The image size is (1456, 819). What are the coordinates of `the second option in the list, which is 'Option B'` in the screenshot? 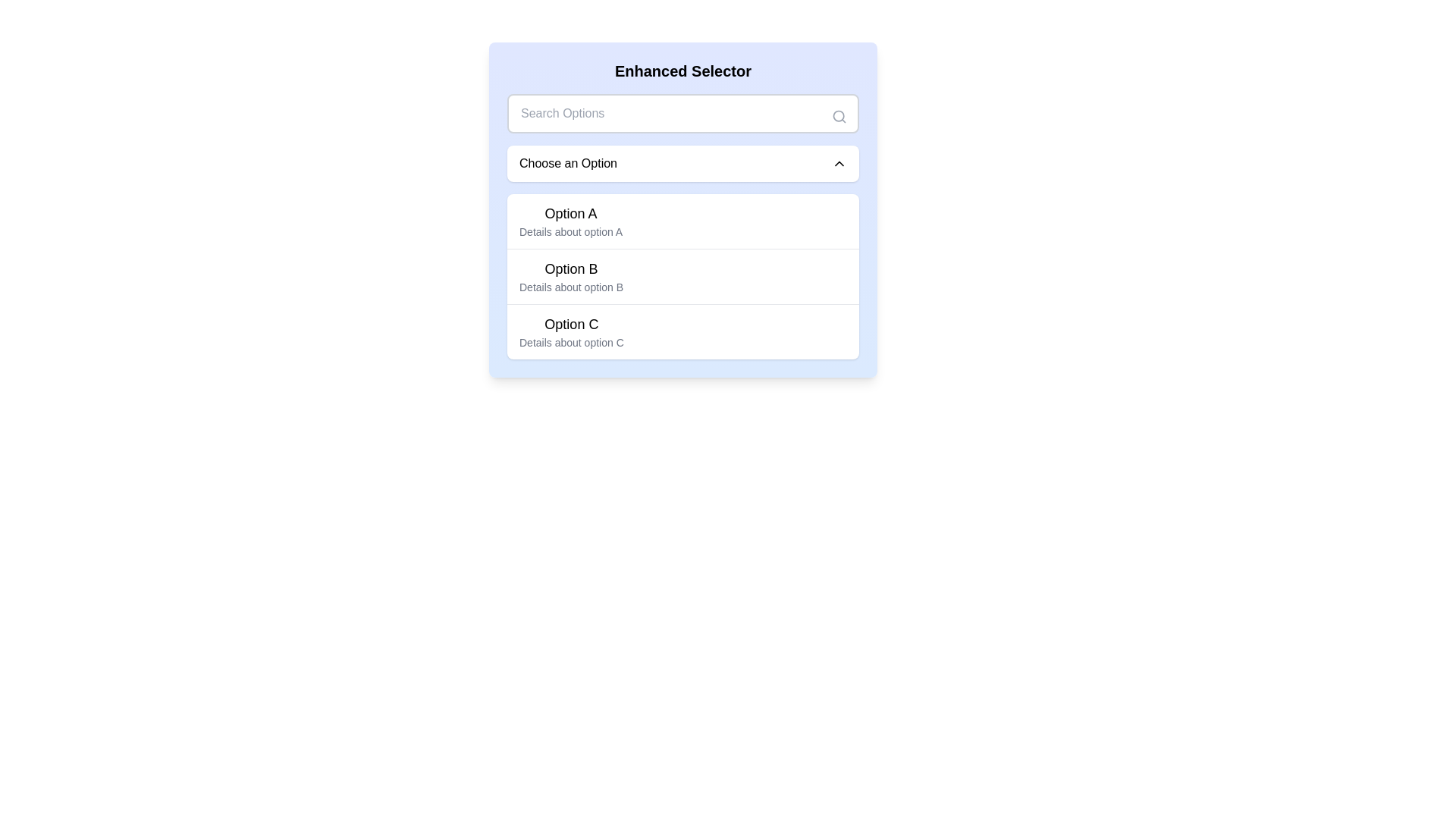 It's located at (682, 275).